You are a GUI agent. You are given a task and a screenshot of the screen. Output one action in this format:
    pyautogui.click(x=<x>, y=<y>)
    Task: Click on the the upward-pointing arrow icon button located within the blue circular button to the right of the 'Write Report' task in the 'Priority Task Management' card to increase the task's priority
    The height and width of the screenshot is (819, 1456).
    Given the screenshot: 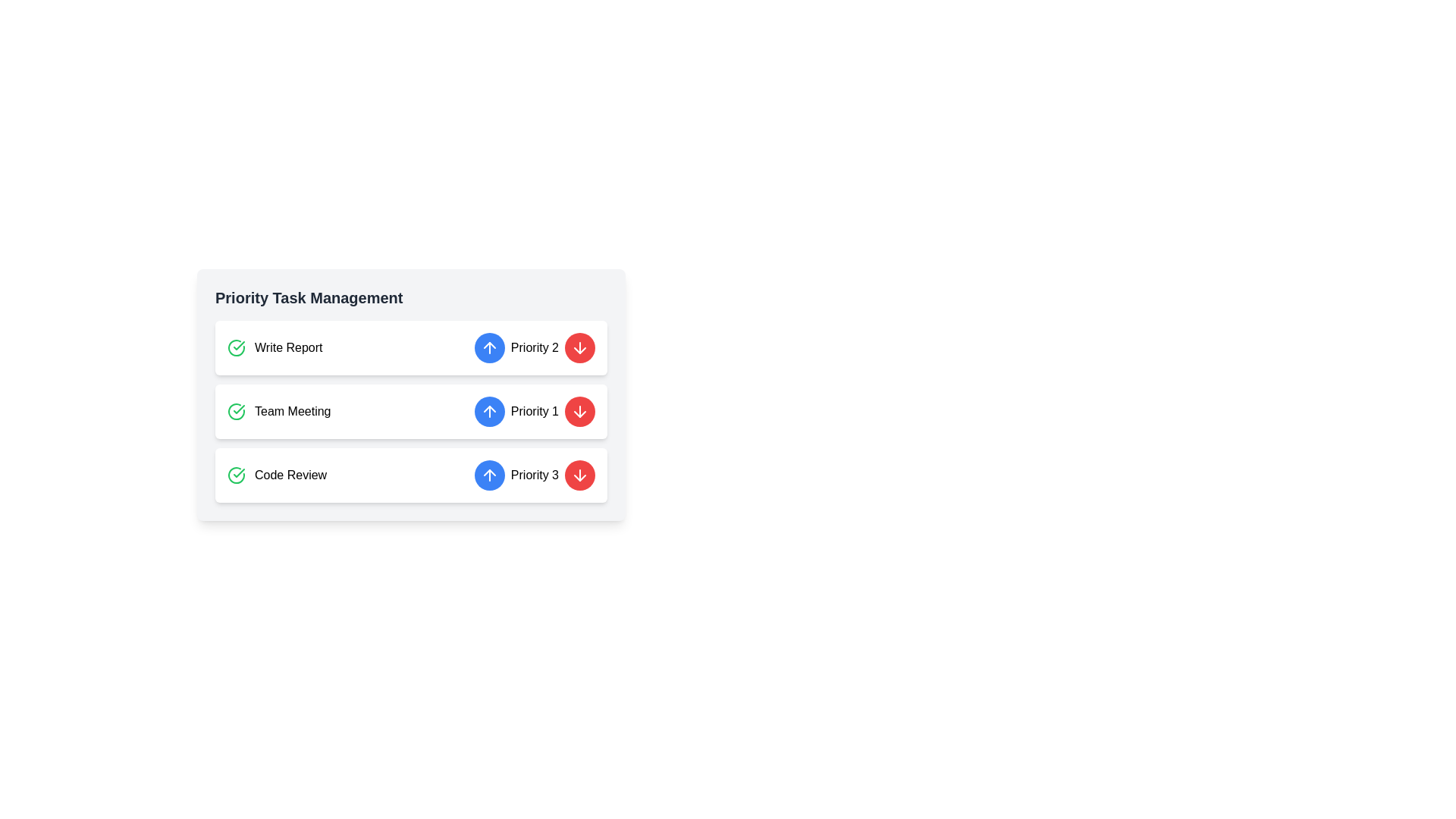 What is the action you would take?
    pyautogui.click(x=489, y=412)
    